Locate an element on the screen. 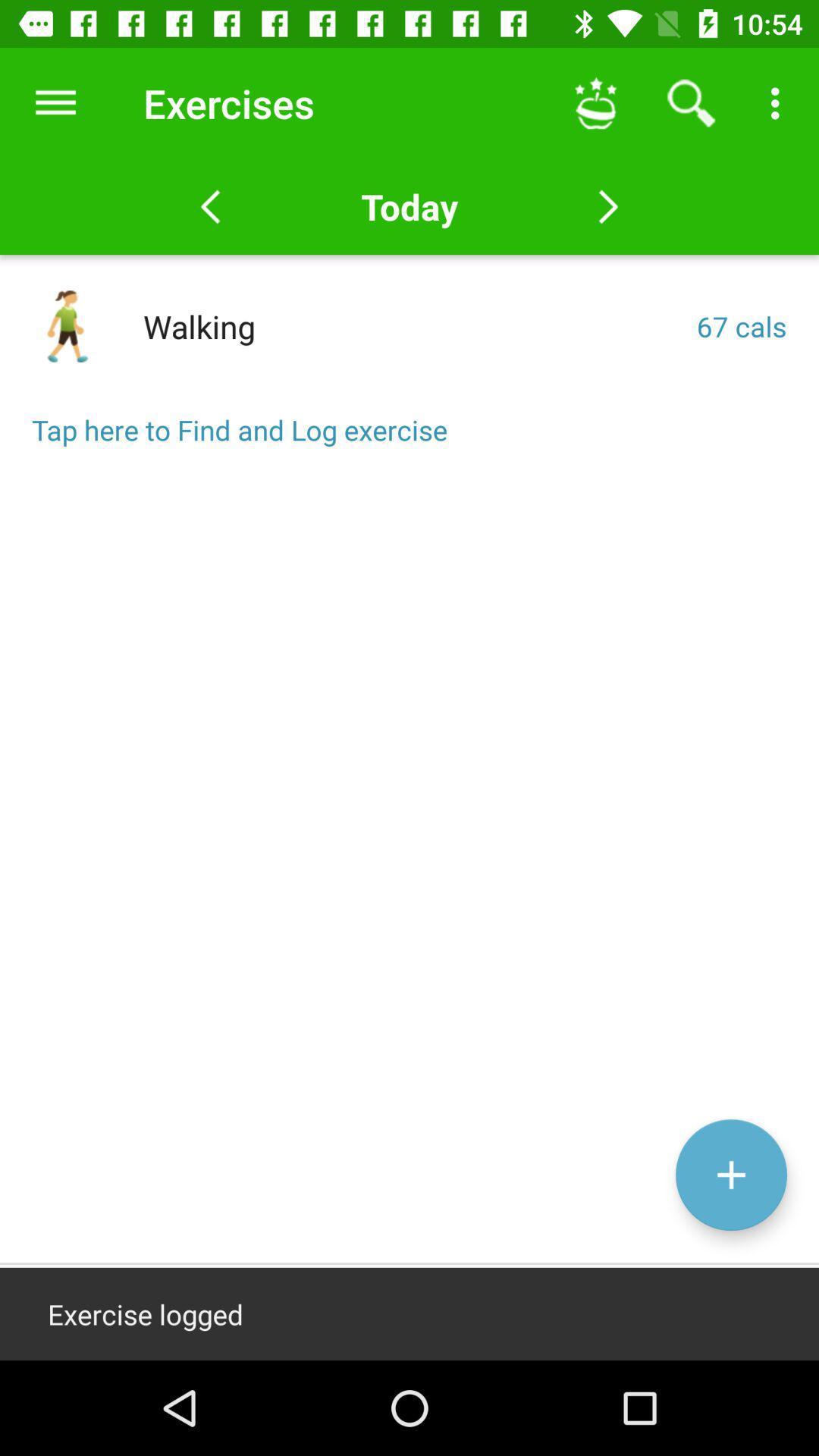 This screenshot has width=819, height=1456. the add icon is located at coordinates (730, 1174).